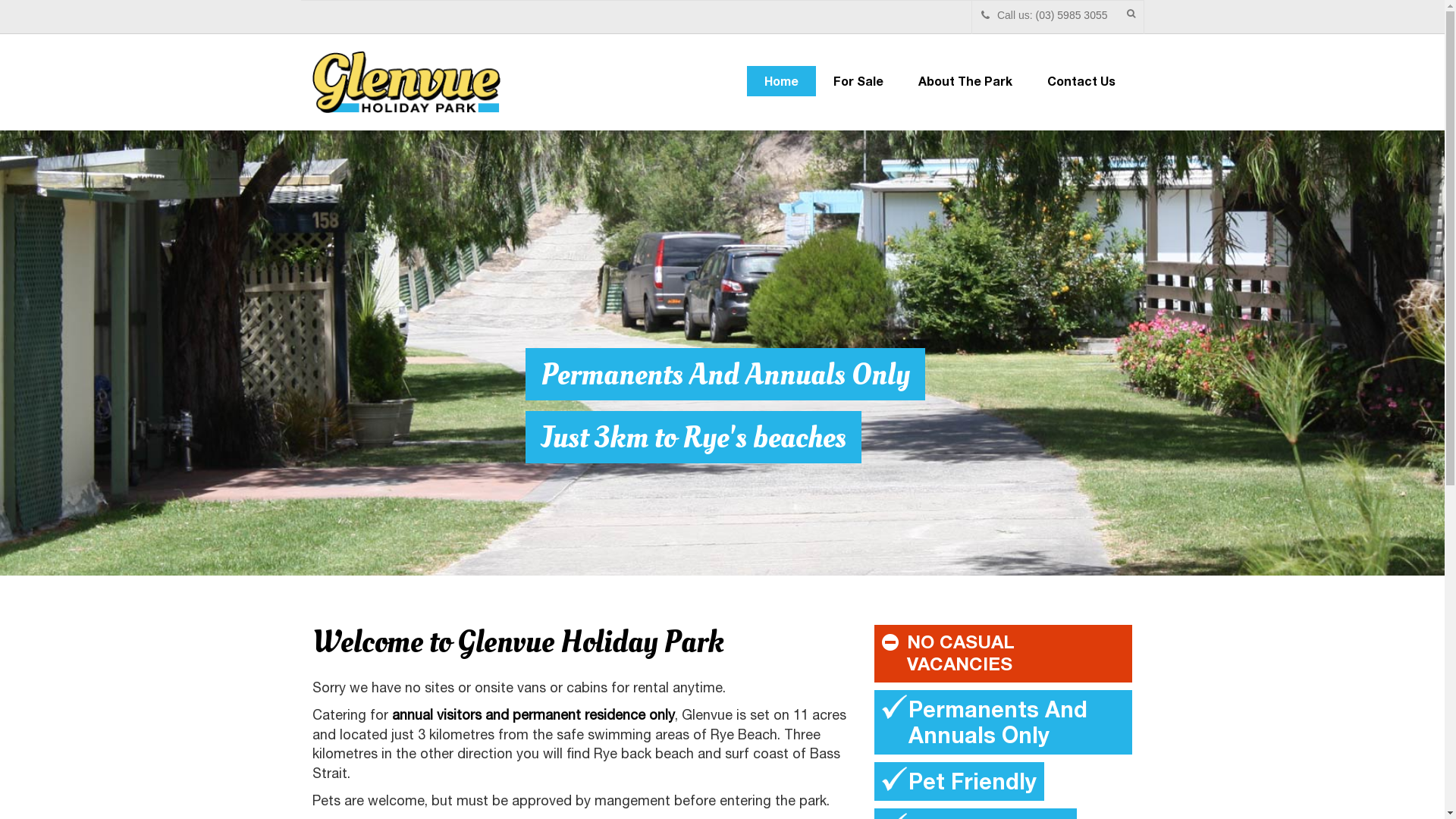 The width and height of the screenshot is (1456, 819). Describe the element at coordinates (814, 81) in the screenshot. I see `'For Sale'` at that location.